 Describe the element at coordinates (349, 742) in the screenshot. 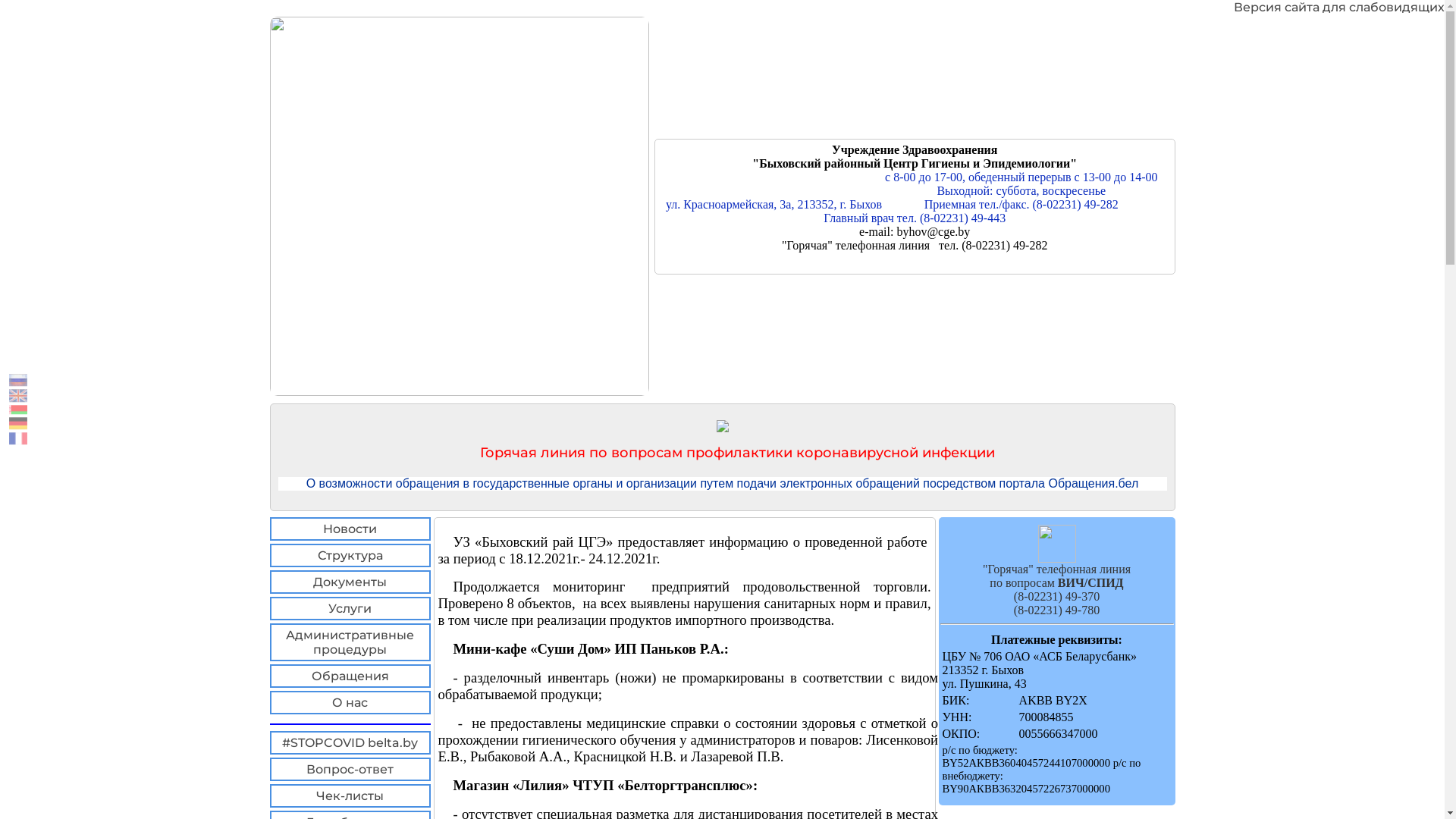

I see `'#STOPCOVID belta.by'` at that location.